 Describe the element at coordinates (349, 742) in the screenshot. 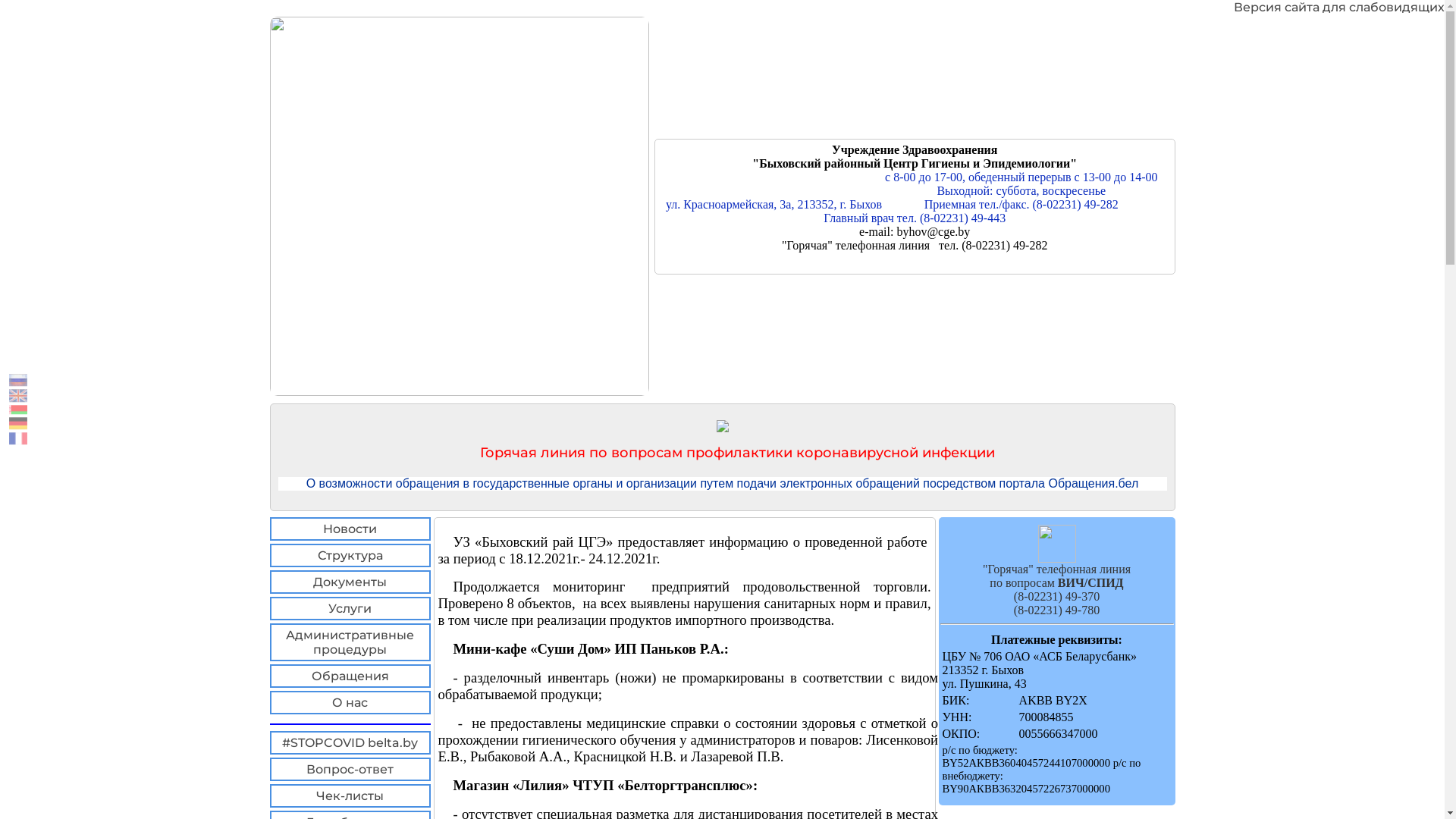

I see `'#STOPCOVID belta.by'` at that location.